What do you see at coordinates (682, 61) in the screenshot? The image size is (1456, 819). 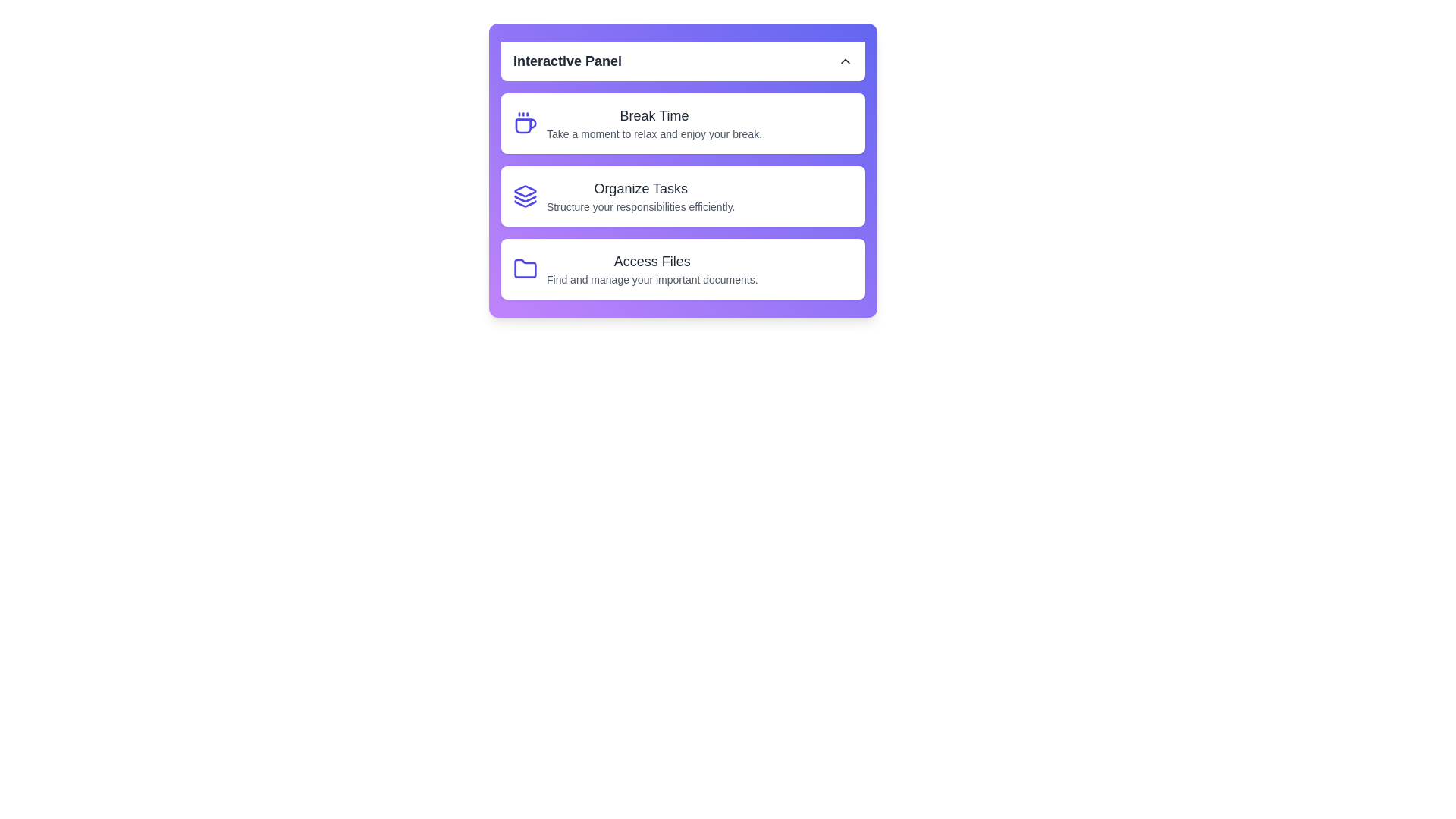 I see `the header button to toggle the panel visibility` at bounding box center [682, 61].